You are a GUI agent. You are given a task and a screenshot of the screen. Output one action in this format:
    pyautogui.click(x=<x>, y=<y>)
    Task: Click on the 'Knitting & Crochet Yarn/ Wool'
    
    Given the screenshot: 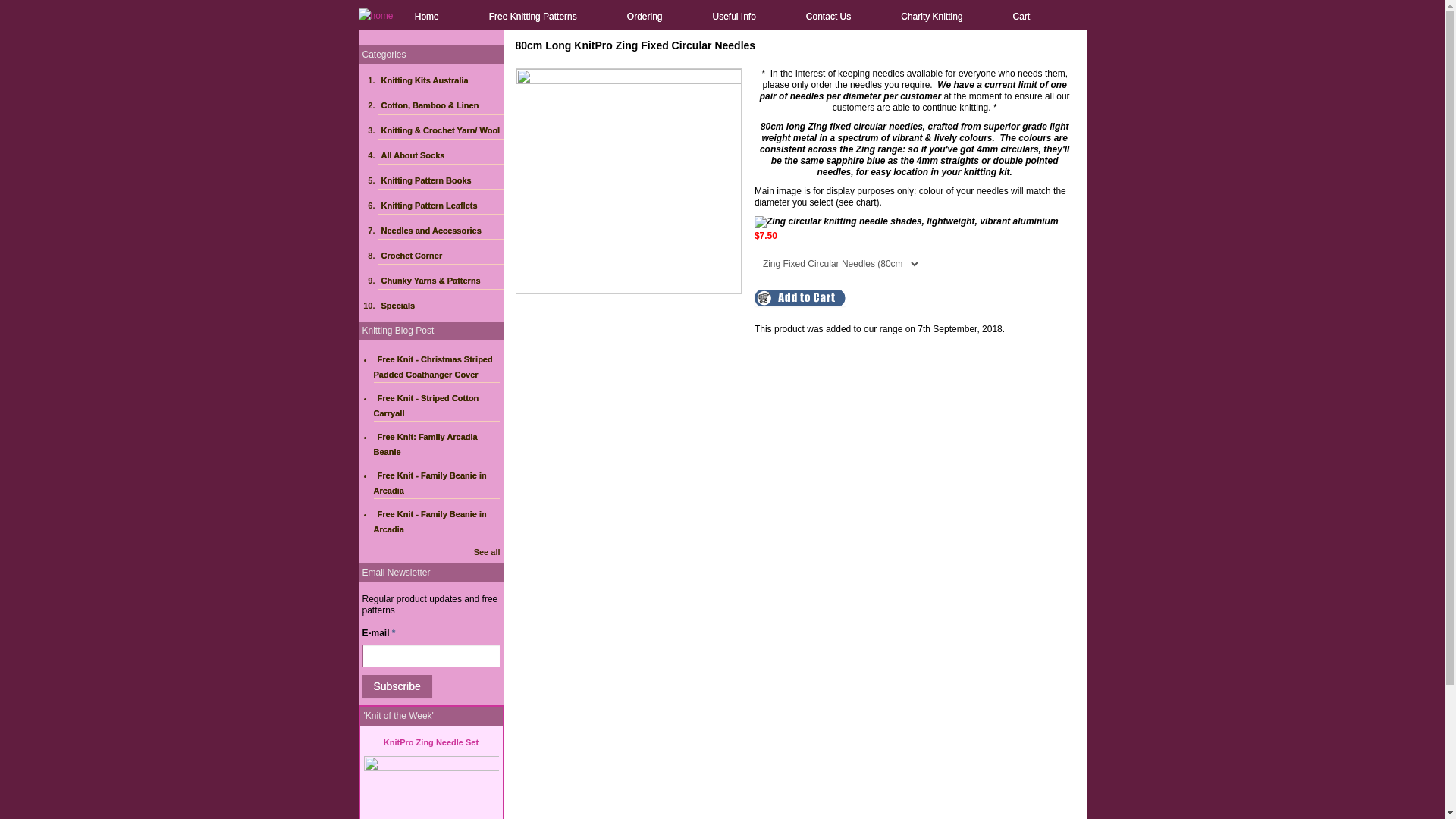 What is the action you would take?
    pyautogui.click(x=440, y=130)
    